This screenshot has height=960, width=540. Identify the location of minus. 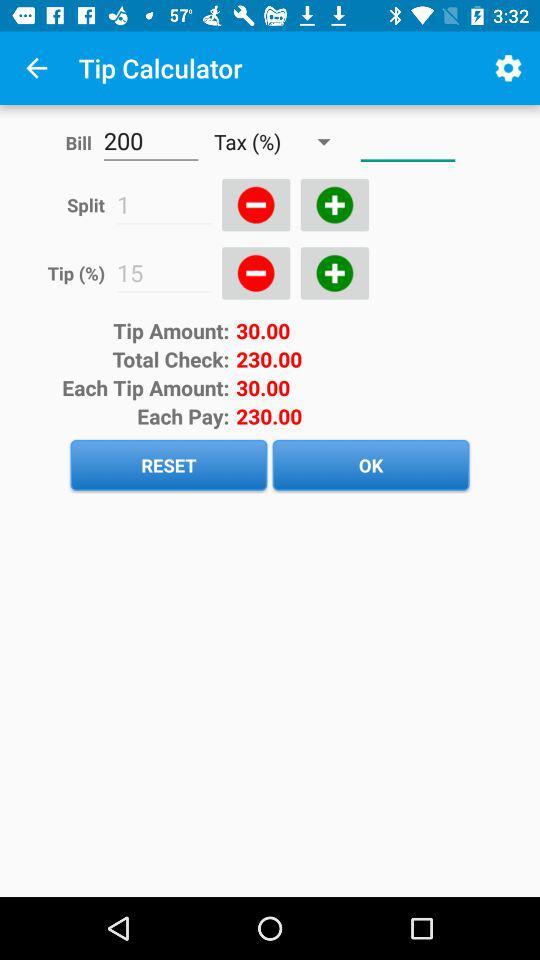
(256, 205).